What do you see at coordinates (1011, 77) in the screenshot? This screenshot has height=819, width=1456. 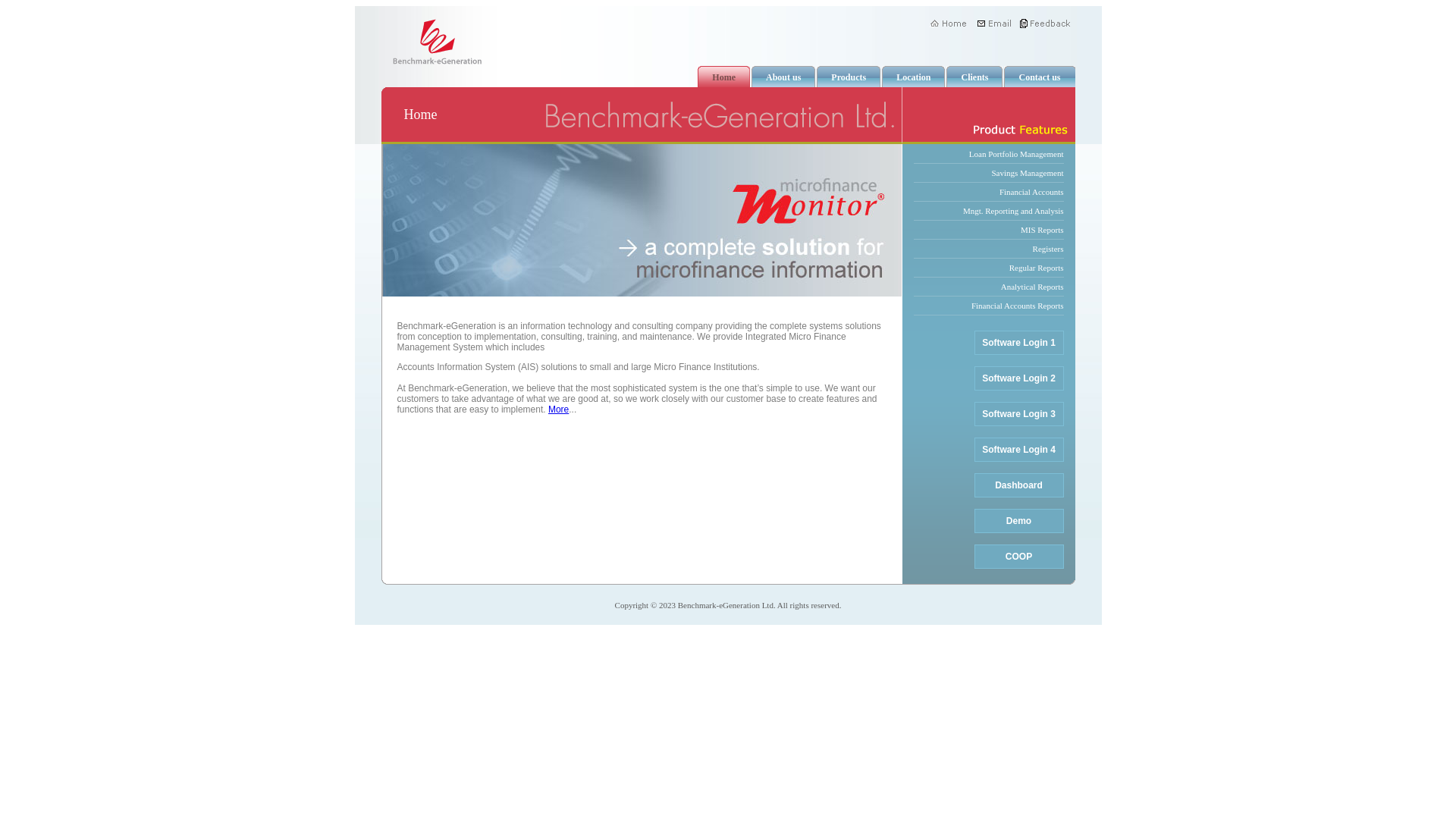 I see `'Contact us'` at bounding box center [1011, 77].